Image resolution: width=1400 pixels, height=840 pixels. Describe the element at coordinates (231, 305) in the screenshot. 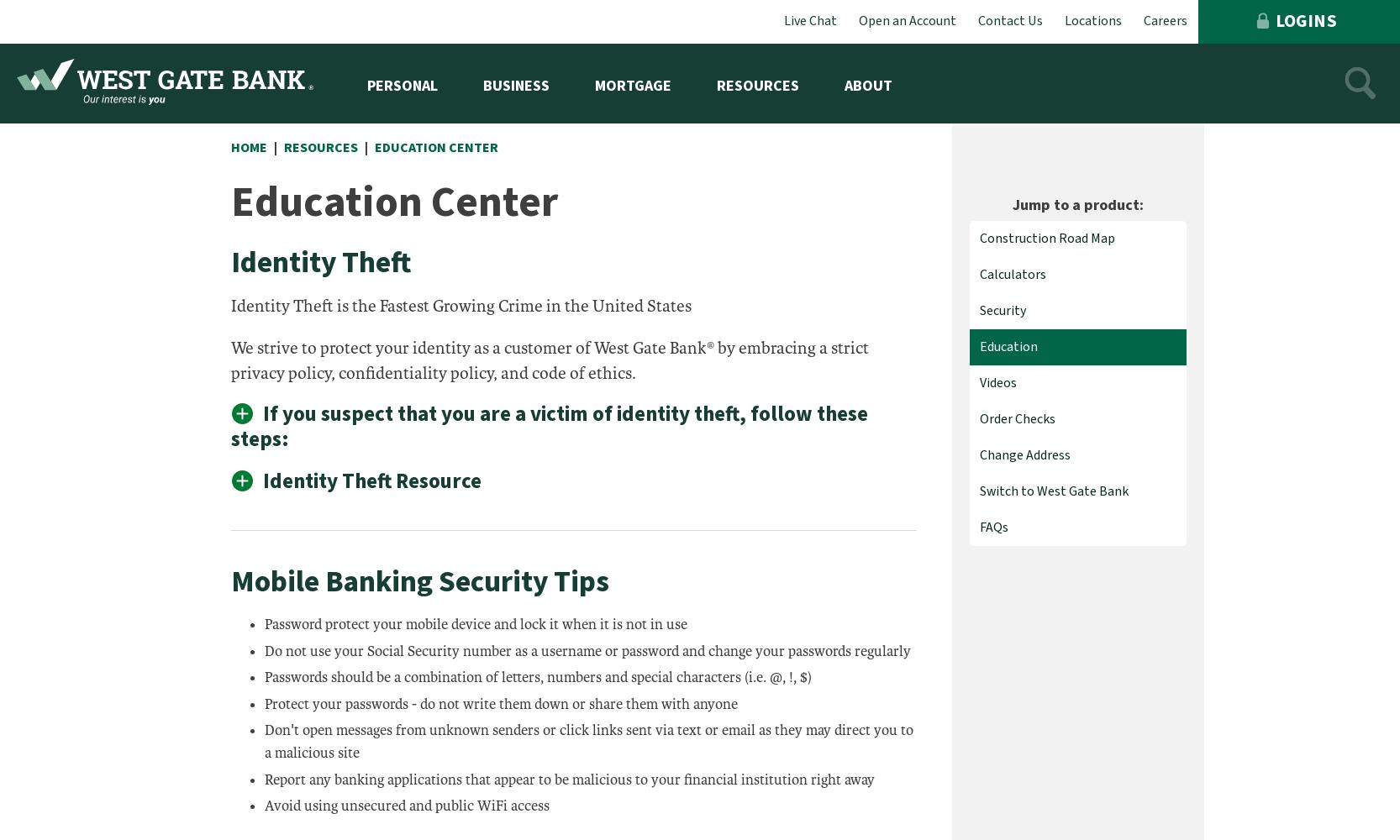

I see `'Identity Theft is the Fastest Growing Crime in the United States'` at that location.